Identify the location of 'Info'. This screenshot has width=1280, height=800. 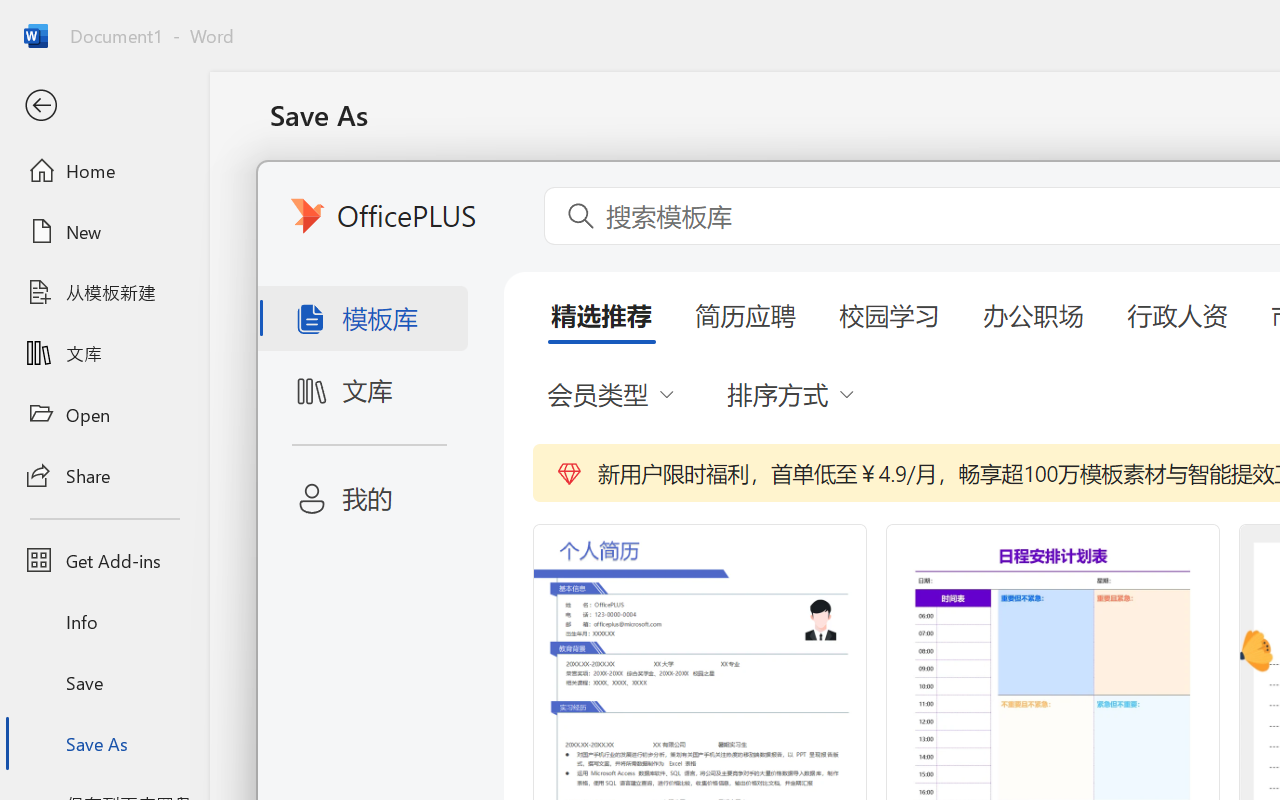
(103, 621).